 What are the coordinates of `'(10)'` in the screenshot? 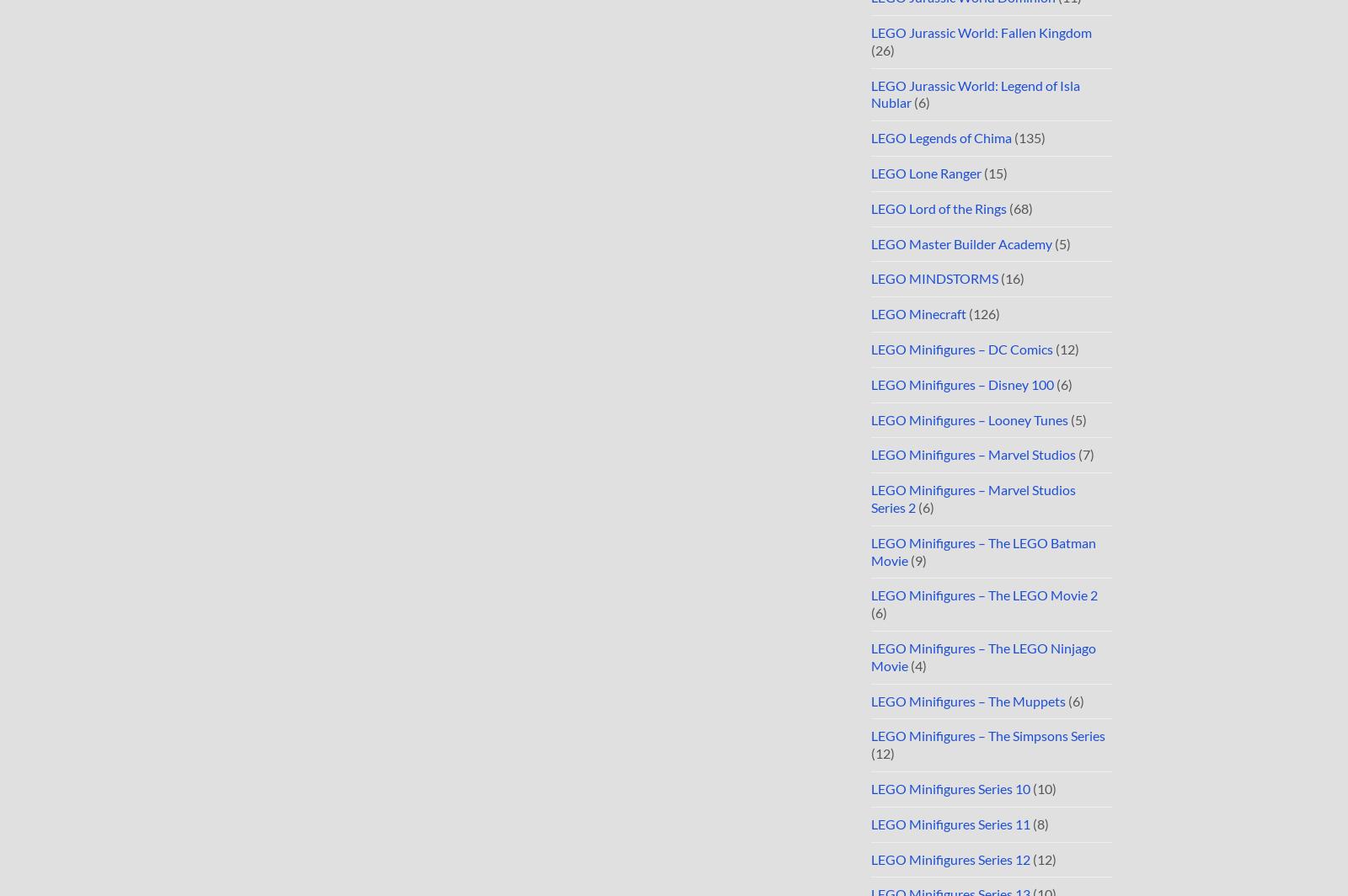 It's located at (1042, 787).